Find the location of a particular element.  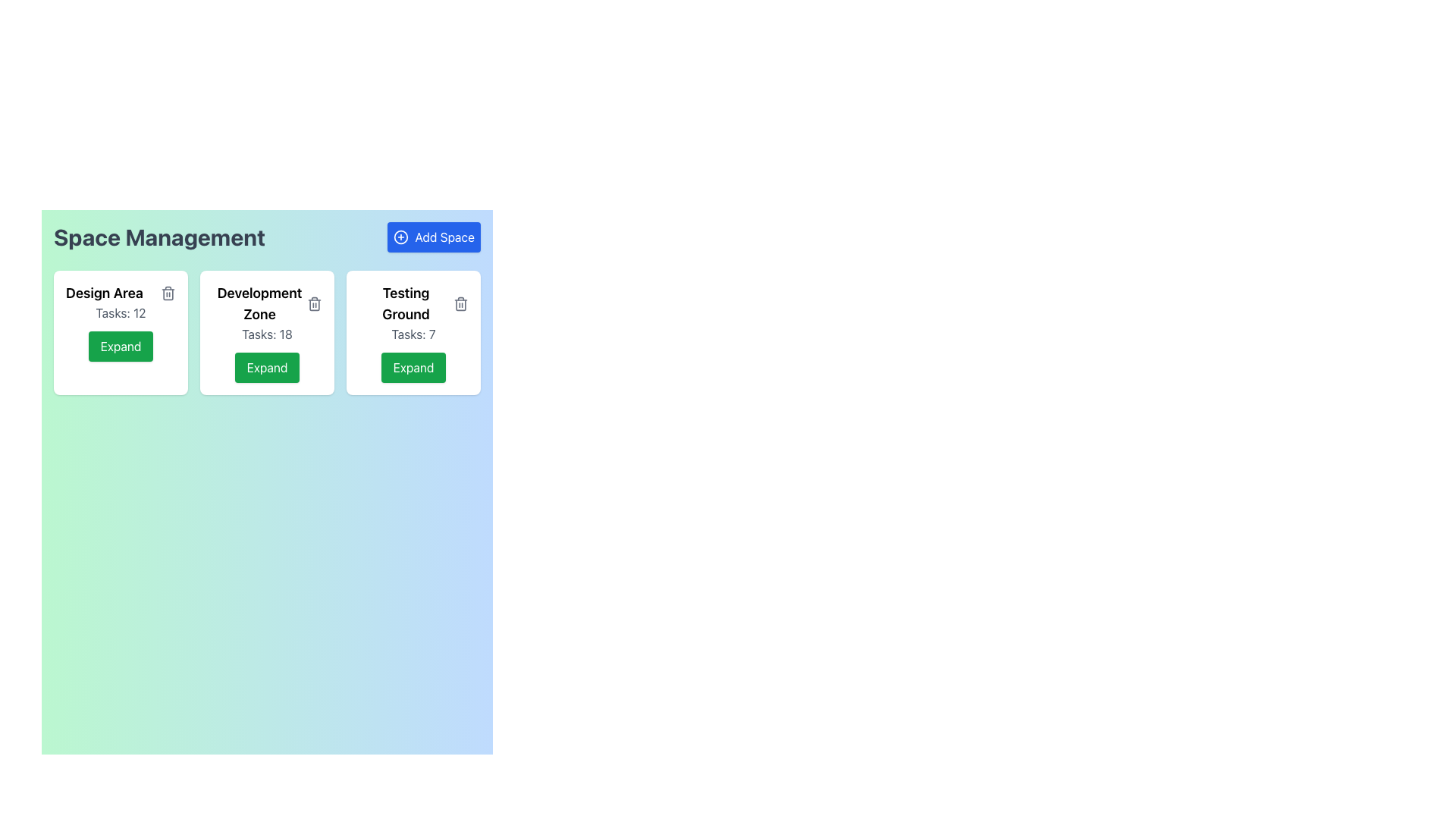

the trash icon button located in the top-right corner of the 'Testing Ground' card is located at coordinates (460, 304).